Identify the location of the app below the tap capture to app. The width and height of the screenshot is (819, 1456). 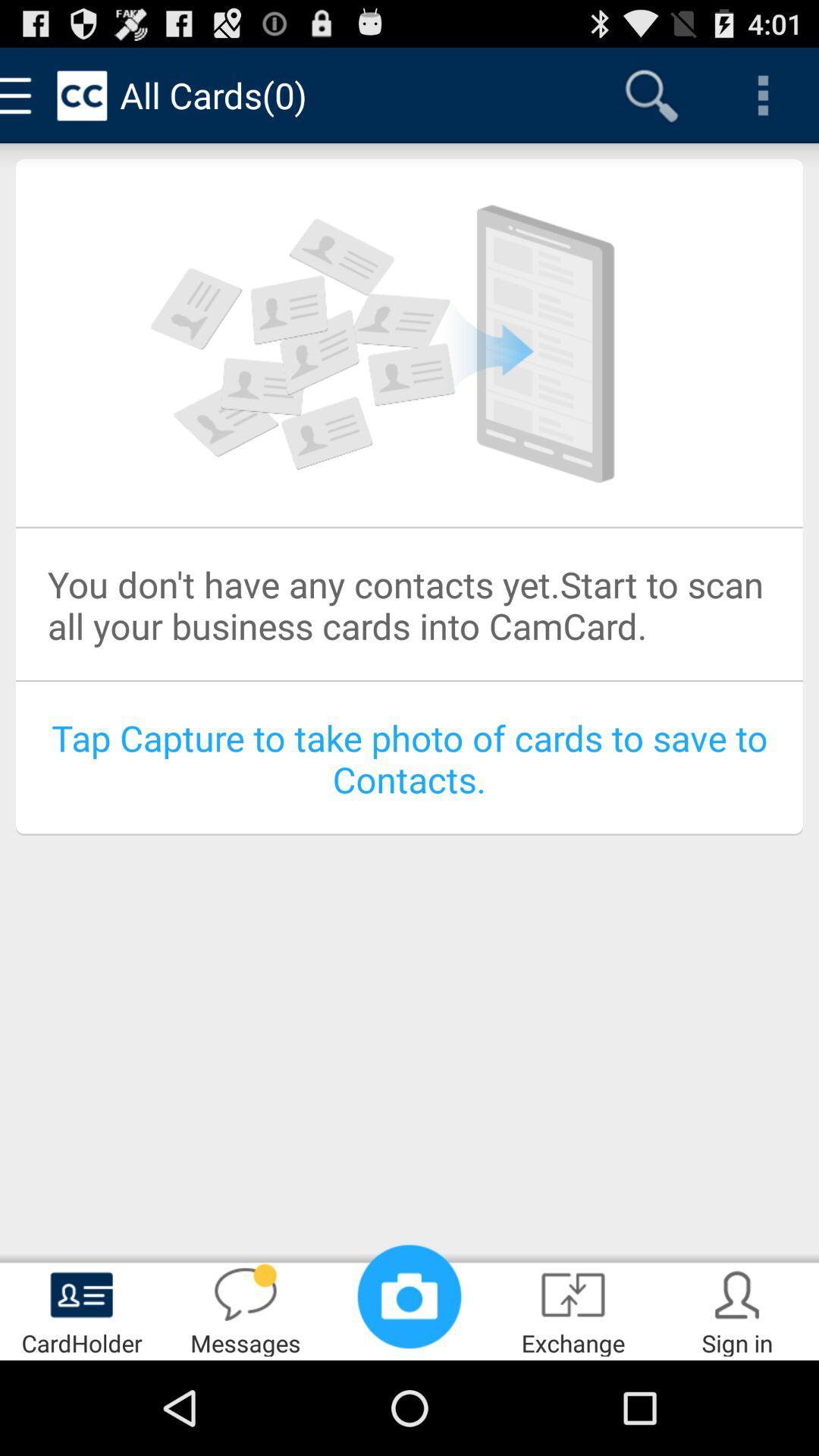
(409, 1295).